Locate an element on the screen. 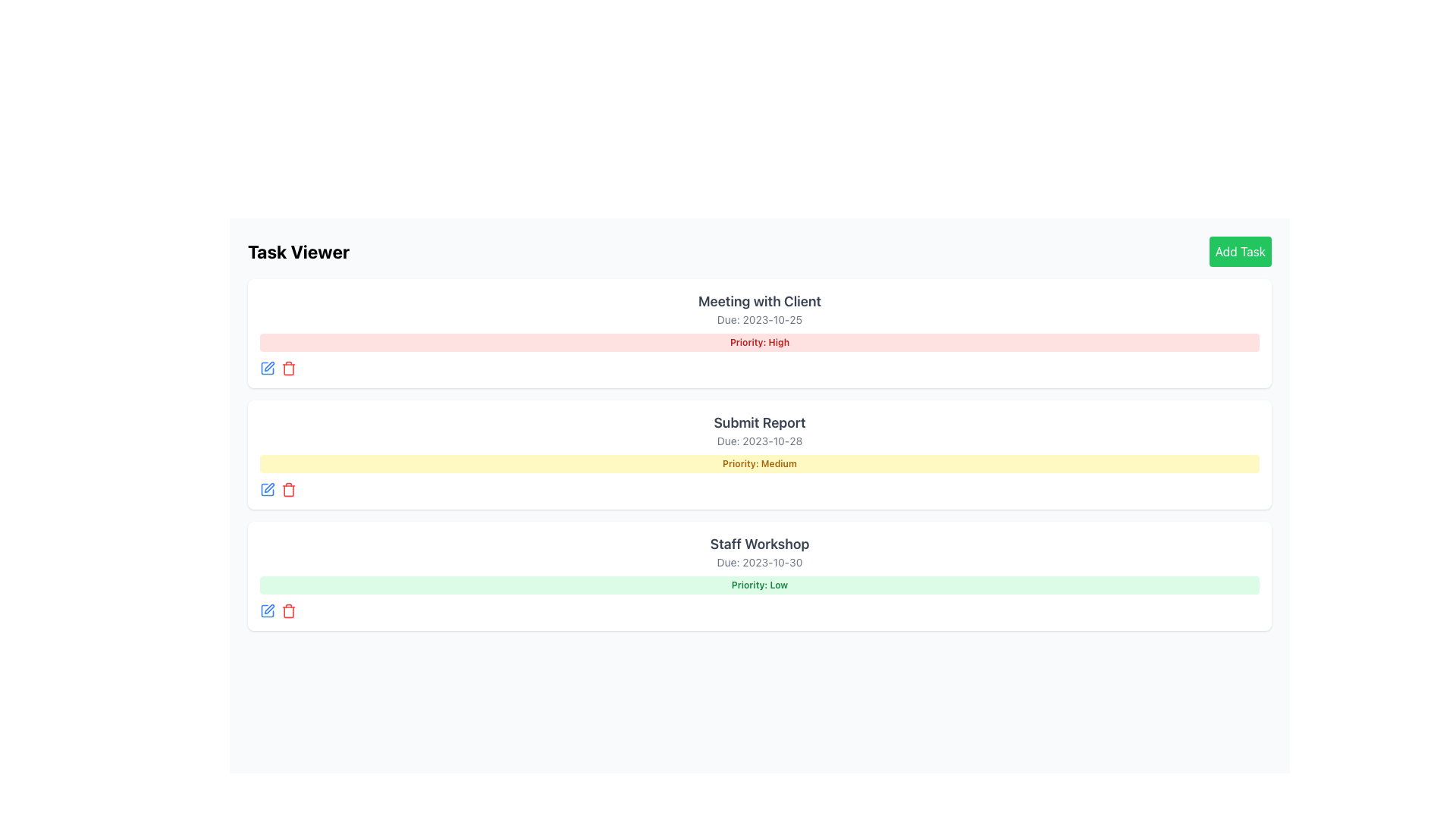 Image resolution: width=1456 pixels, height=819 pixels. the delete button for the 'Submit Report' task is located at coordinates (288, 489).